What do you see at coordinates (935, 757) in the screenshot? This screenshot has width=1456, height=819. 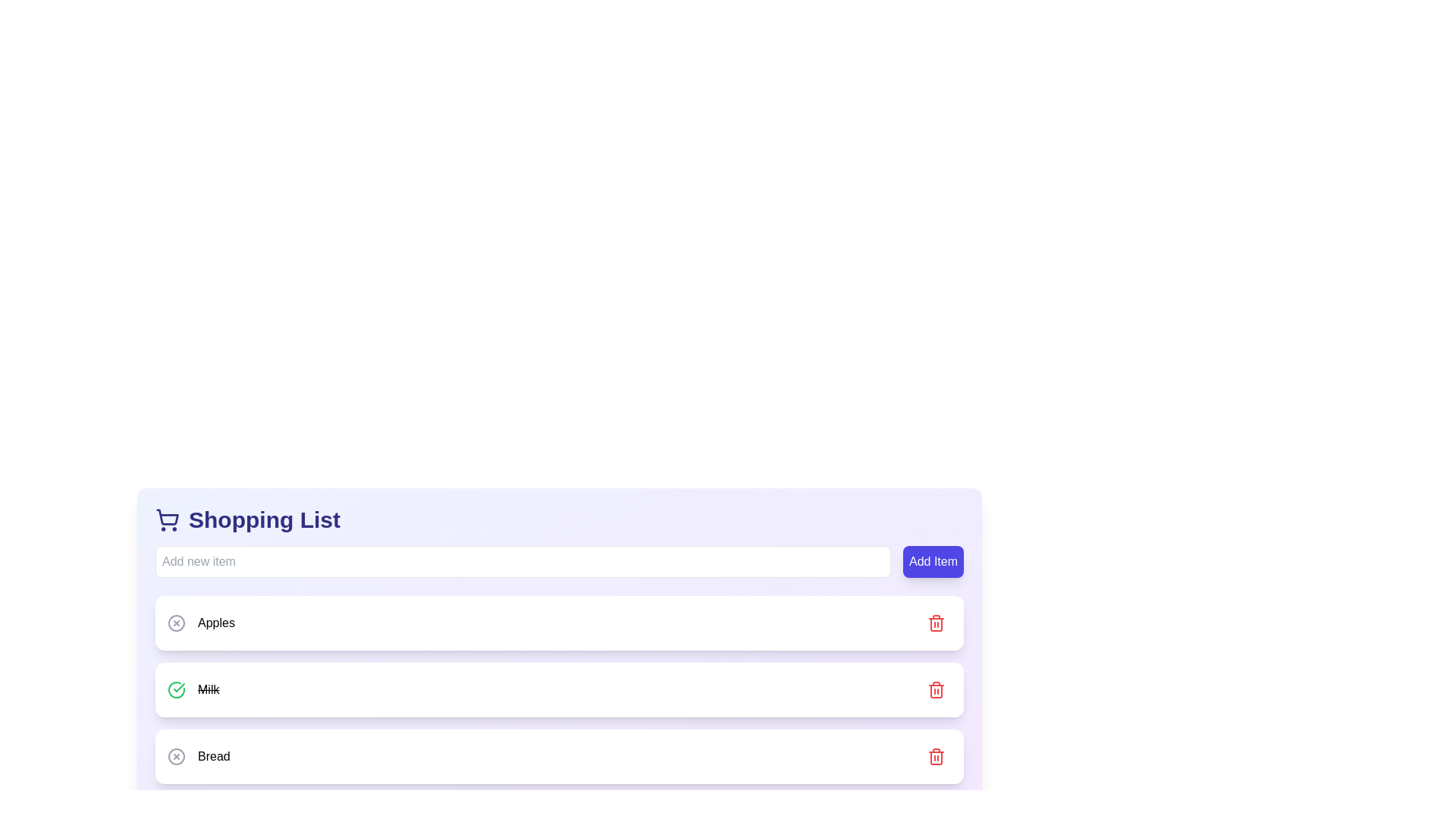 I see `the red trash can icon for deletion located in the far-right corner of the 'Bread' entry in the shopping list` at bounding box center [935, 757].